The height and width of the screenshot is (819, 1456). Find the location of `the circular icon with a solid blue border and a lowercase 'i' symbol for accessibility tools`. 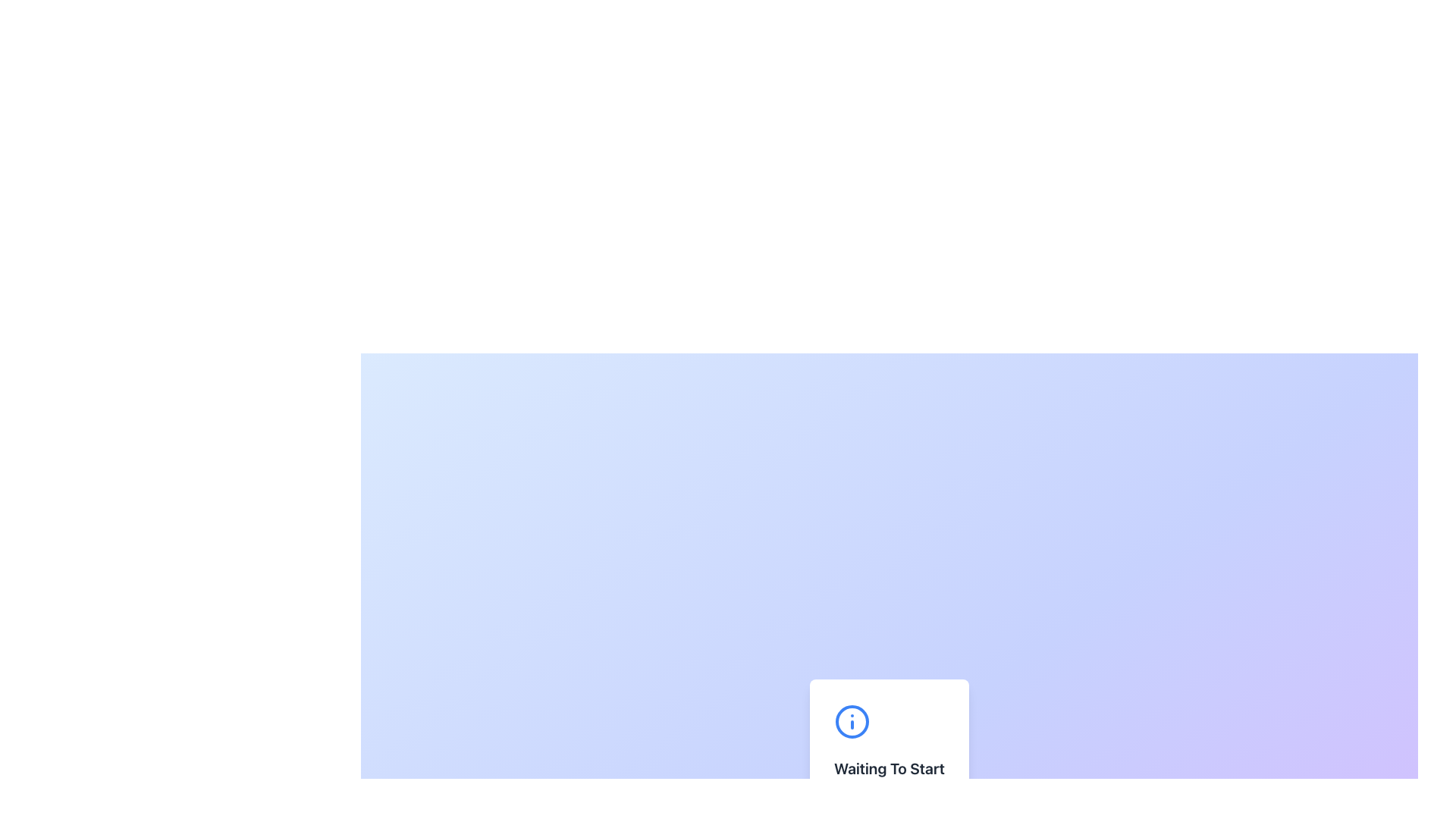

the circular icon with a solid blue border and a lowercase 'i' symbol for accessibility tools is located at coordinates (852, 721).